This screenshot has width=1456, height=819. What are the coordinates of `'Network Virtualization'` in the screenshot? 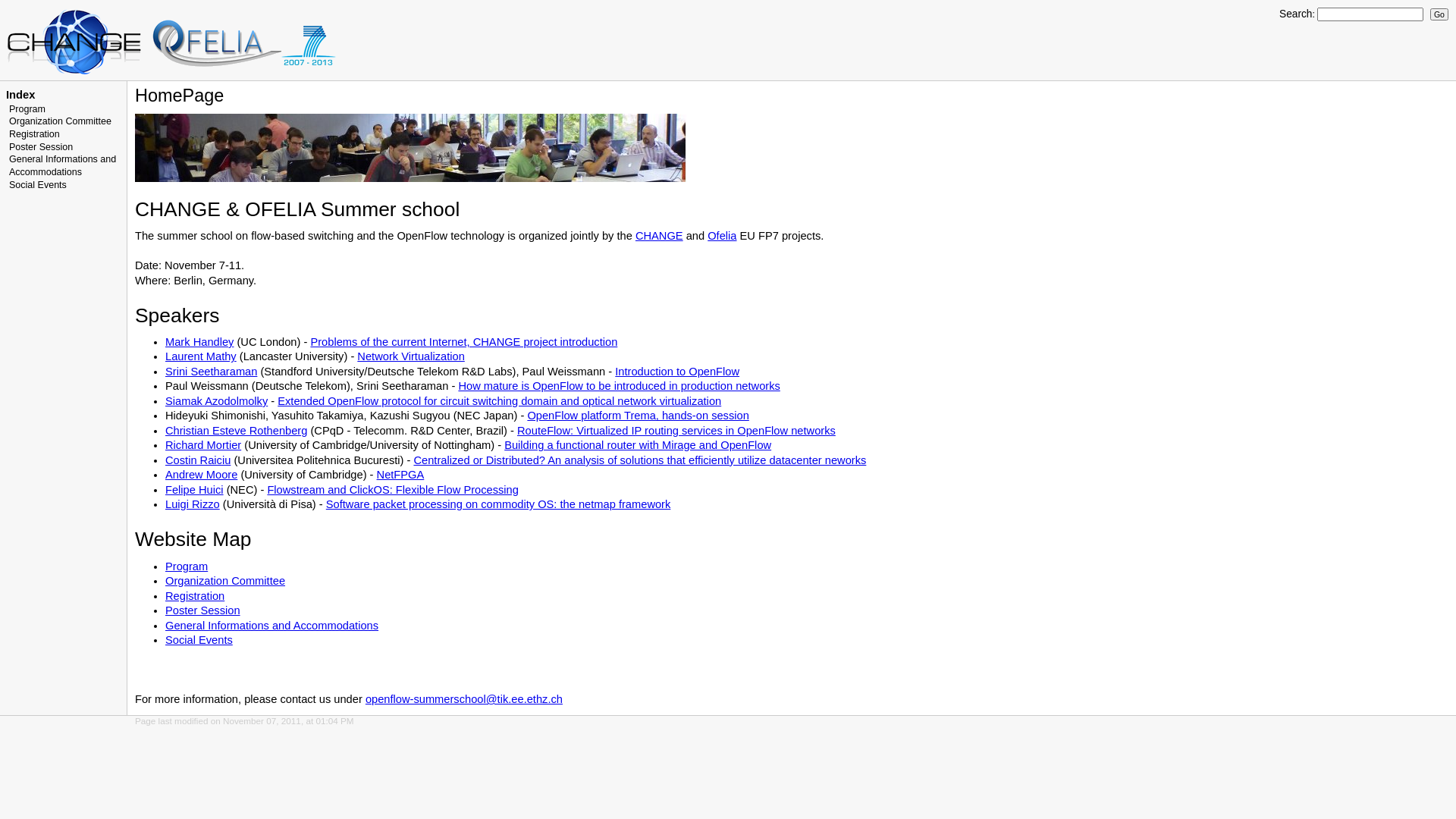 It's located at (410, 356).